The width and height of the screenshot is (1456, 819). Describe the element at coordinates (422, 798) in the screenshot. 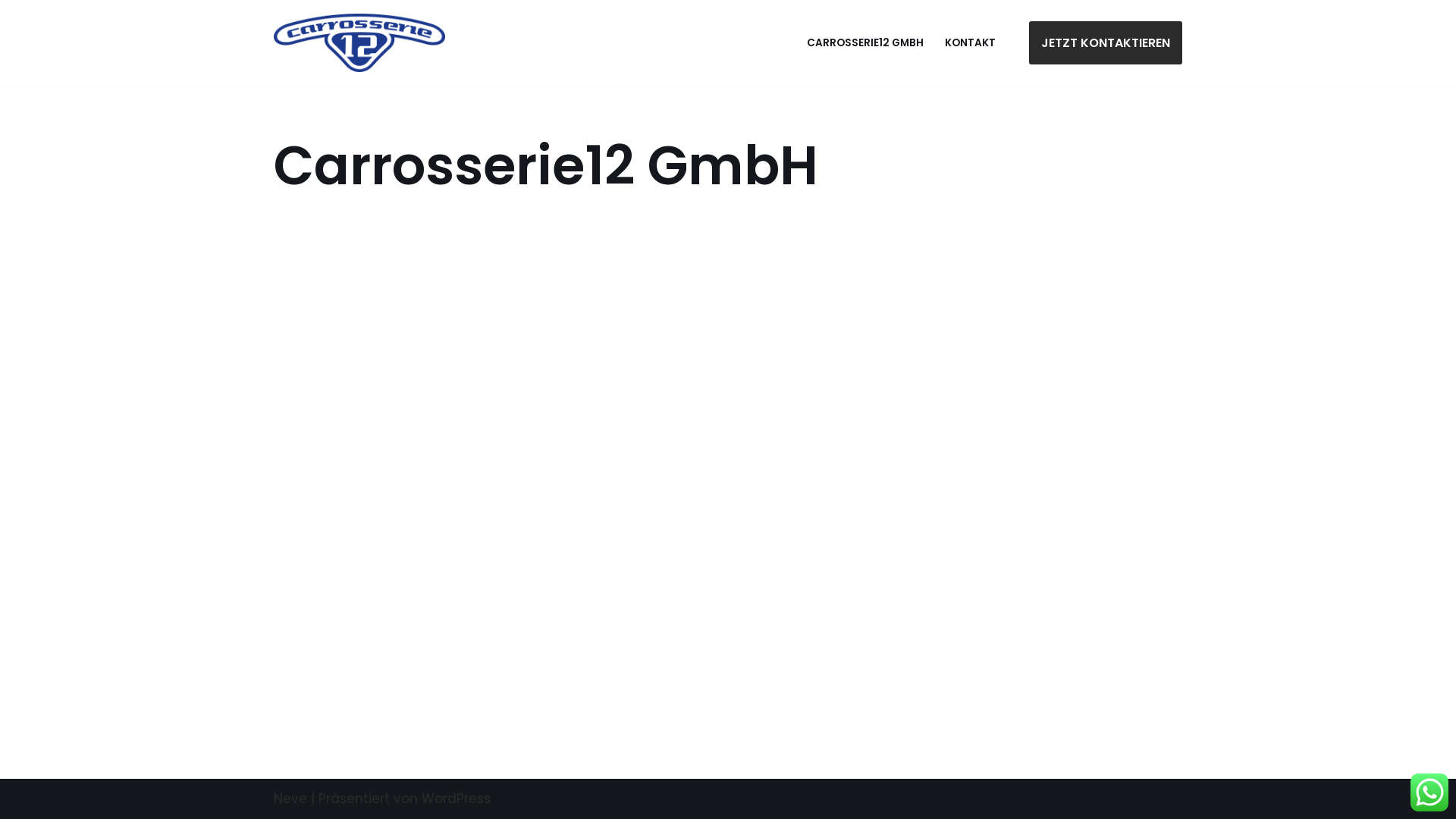

I see `'WordPress'` at that location.